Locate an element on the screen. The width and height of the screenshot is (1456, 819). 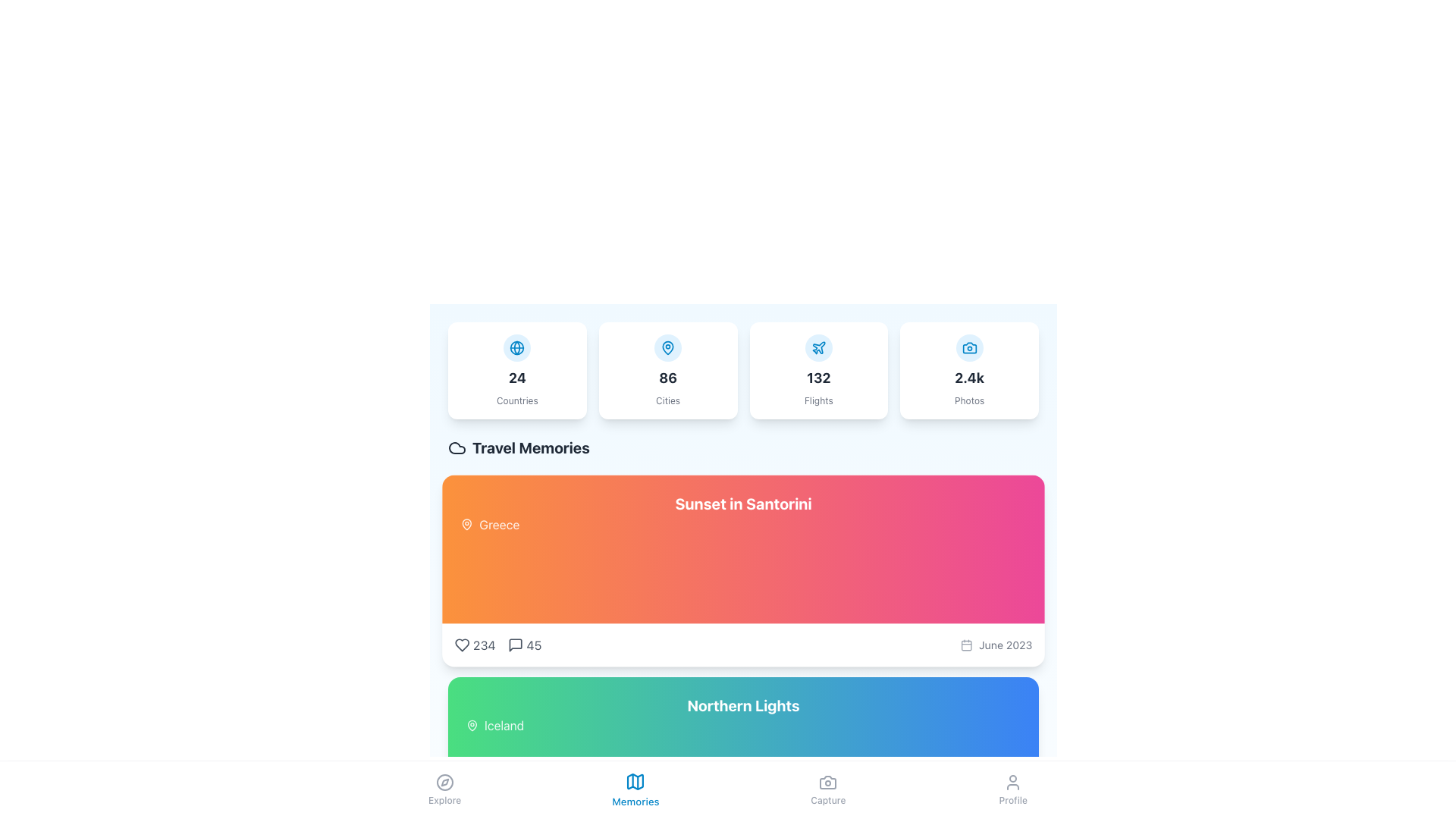
the globe icon located at the top left corner of the first information card is located at coordinates (517, 348).